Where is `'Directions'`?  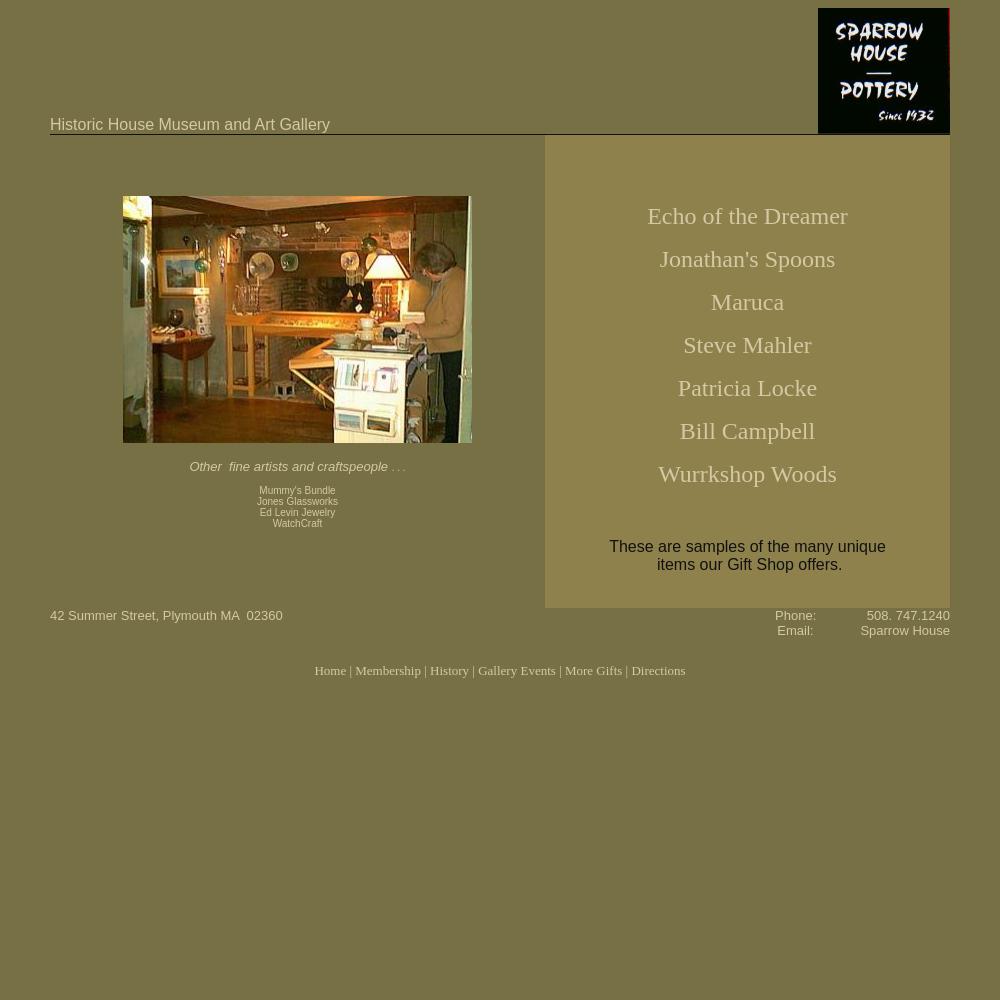
'Directions' is located at coordinates (658, 670).